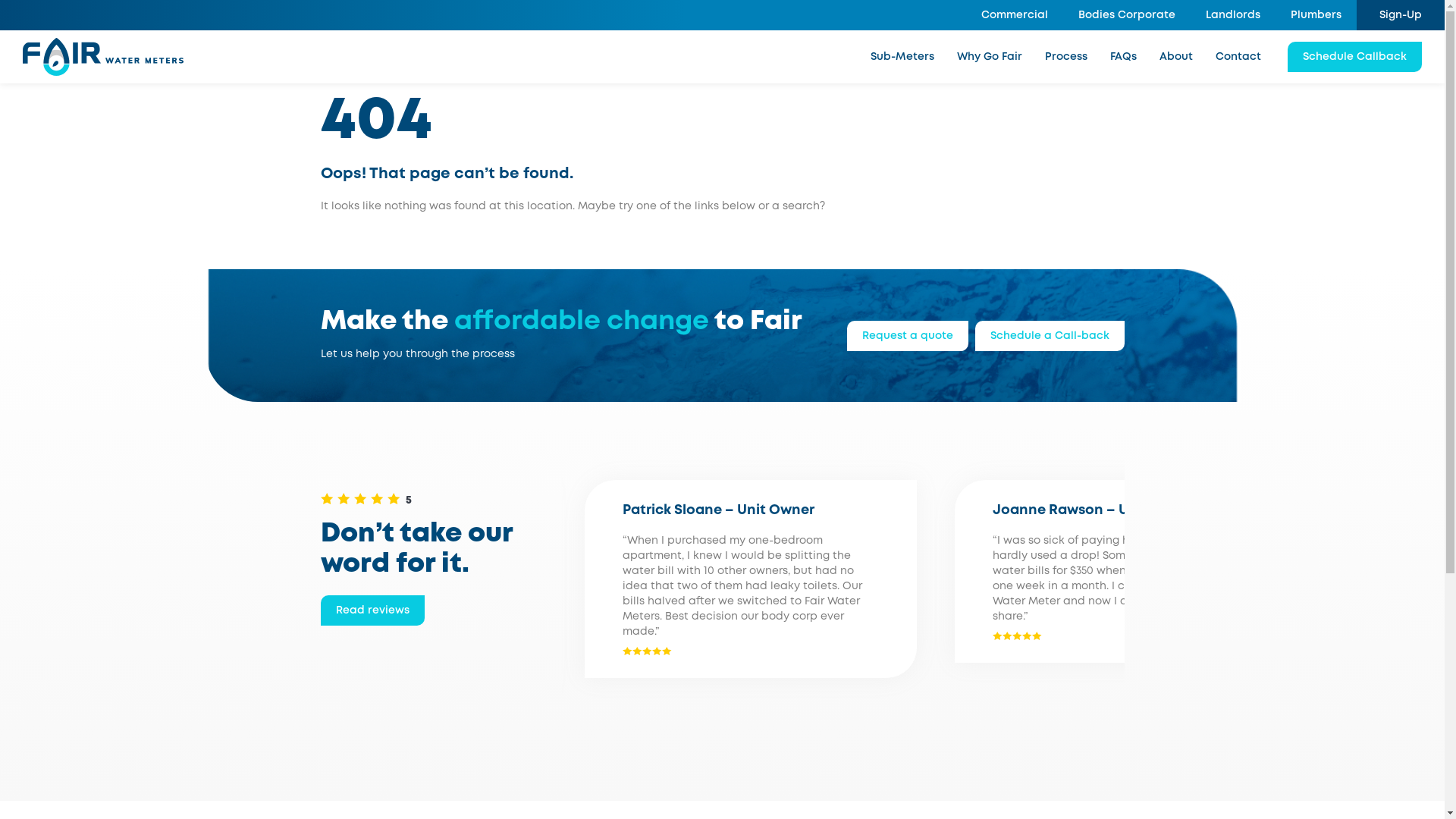  Describe the element at coordinates (902, 55) in the screenshot. I see `'Sub-Meters'` at that location.